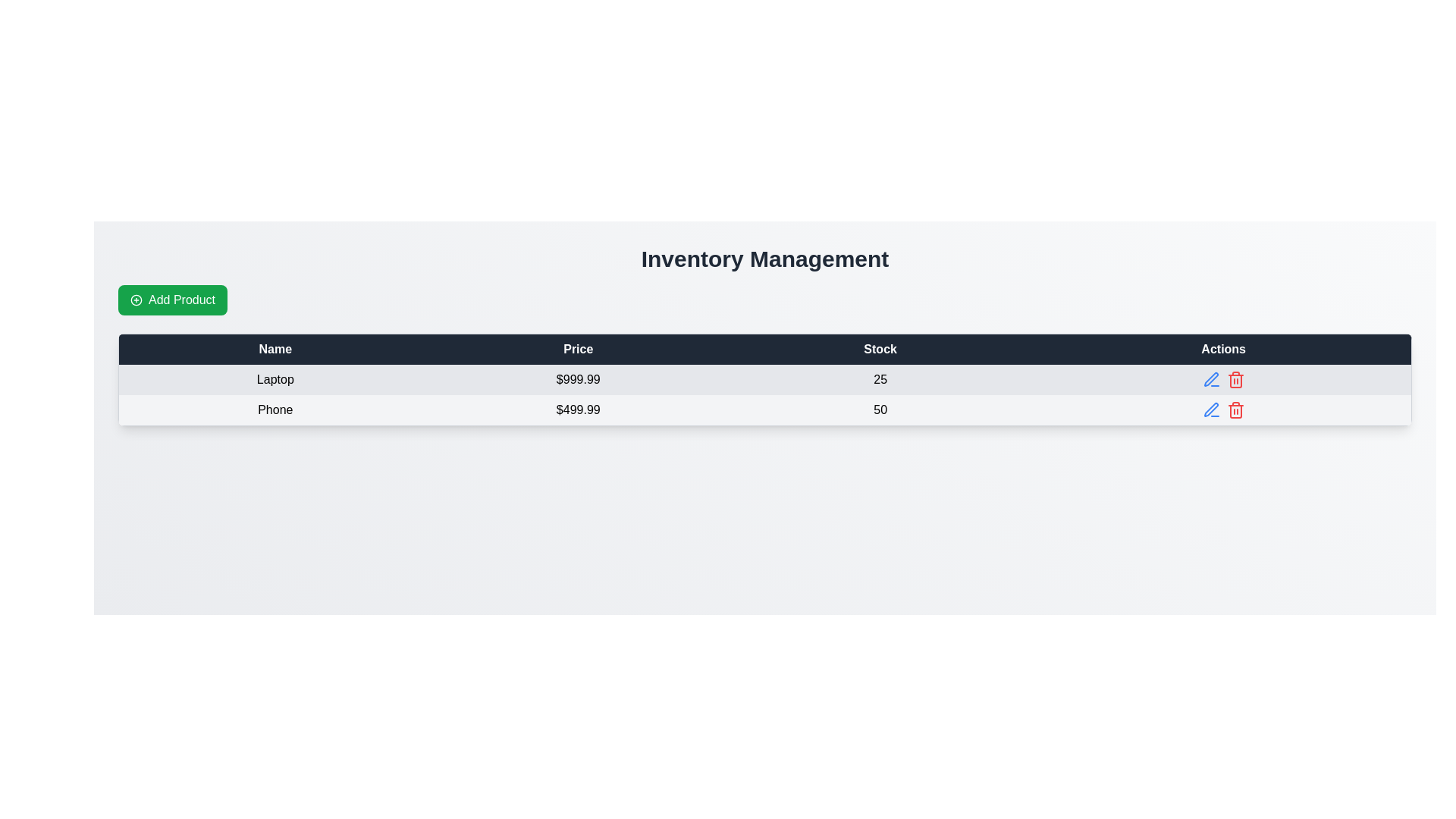 The image size is (1456, 819). I want to click on the price display for the item 'Laptop' in the 'Inventory Management' table, which is located in the second column of the first data row, so click(577, 379).